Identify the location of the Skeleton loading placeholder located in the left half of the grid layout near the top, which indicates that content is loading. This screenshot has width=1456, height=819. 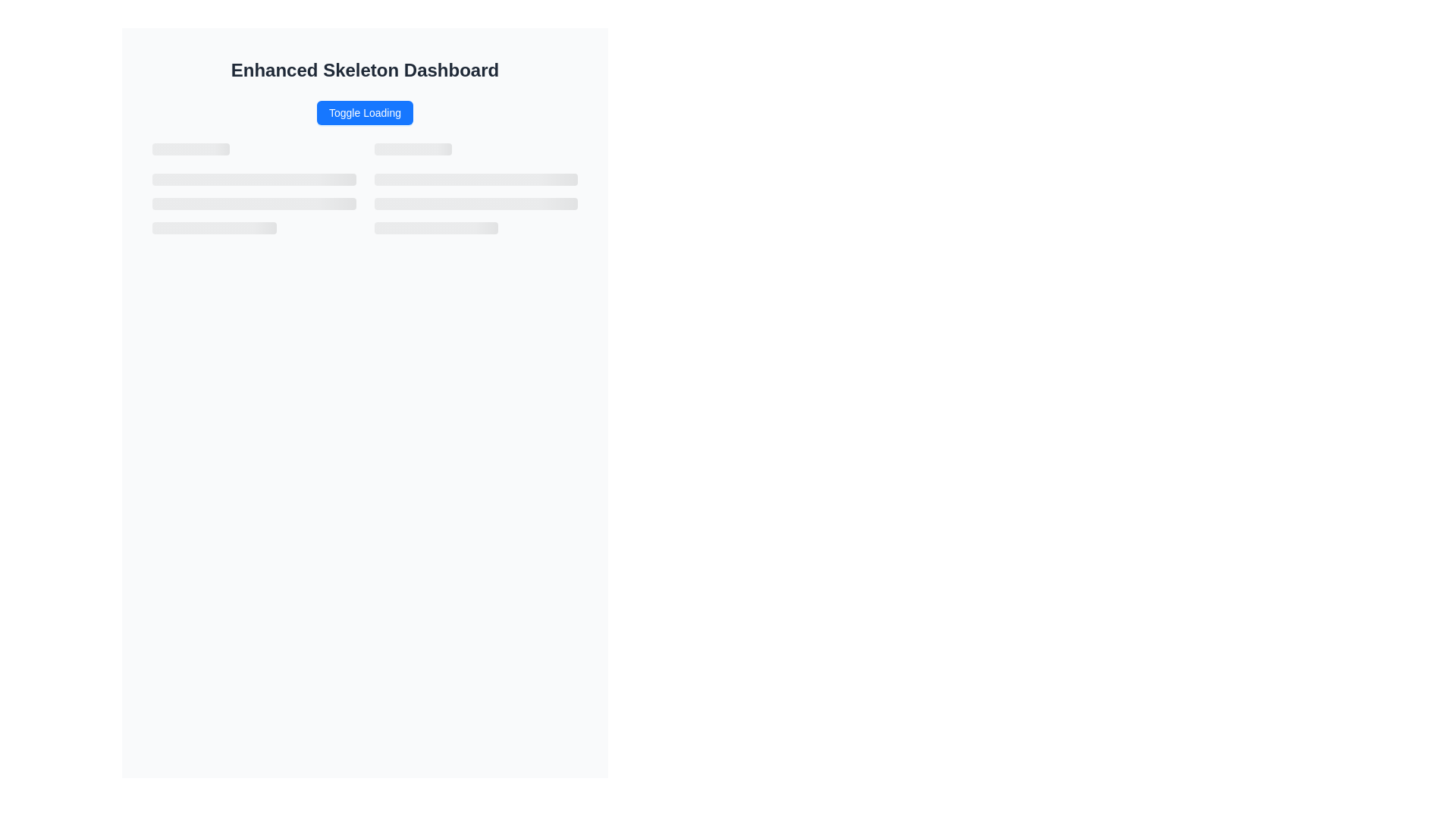
(254, 188).